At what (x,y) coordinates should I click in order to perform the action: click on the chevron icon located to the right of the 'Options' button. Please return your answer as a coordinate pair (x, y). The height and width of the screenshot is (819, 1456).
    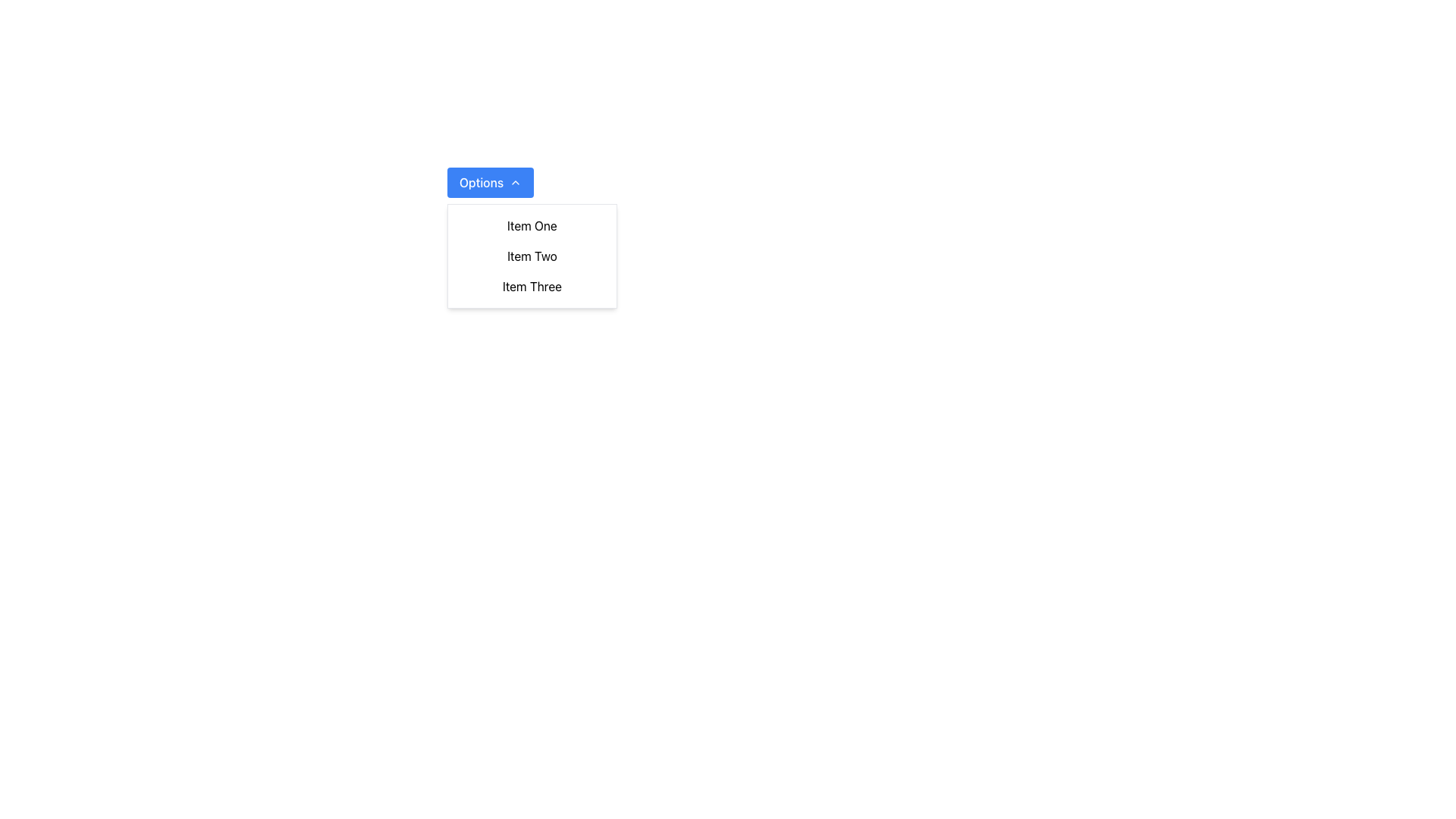
    Looking at the image, I should click on (516, 181).